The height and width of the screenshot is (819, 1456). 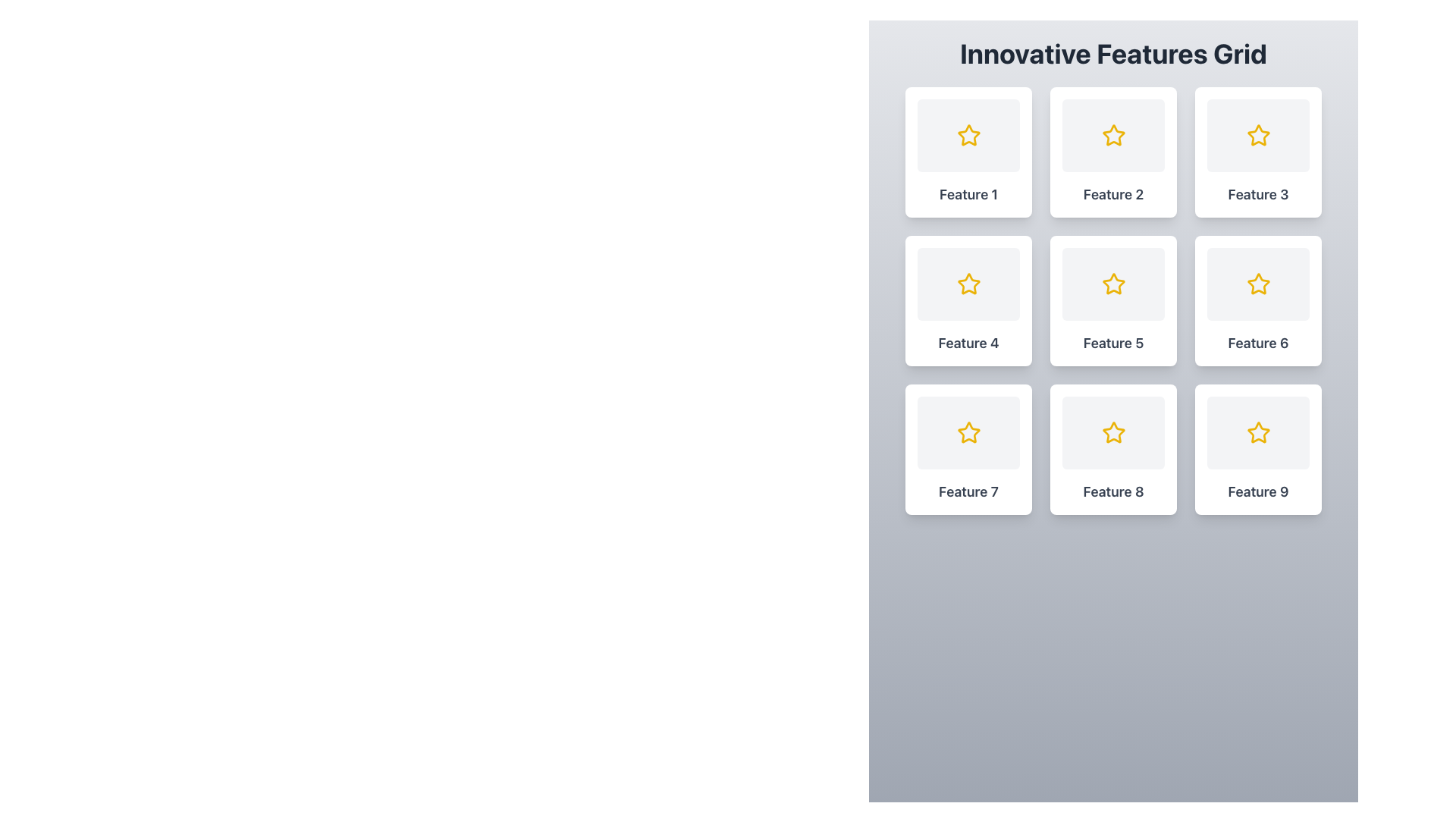 What do you see at coordinates (968, 491) in the screenshot?
I see `the static text label displaying 'Feature 7', which is styled with a bold, dark gray font and located at the bottom of the first card in a 3x3 grid layout` at bounding box center [968, 491].